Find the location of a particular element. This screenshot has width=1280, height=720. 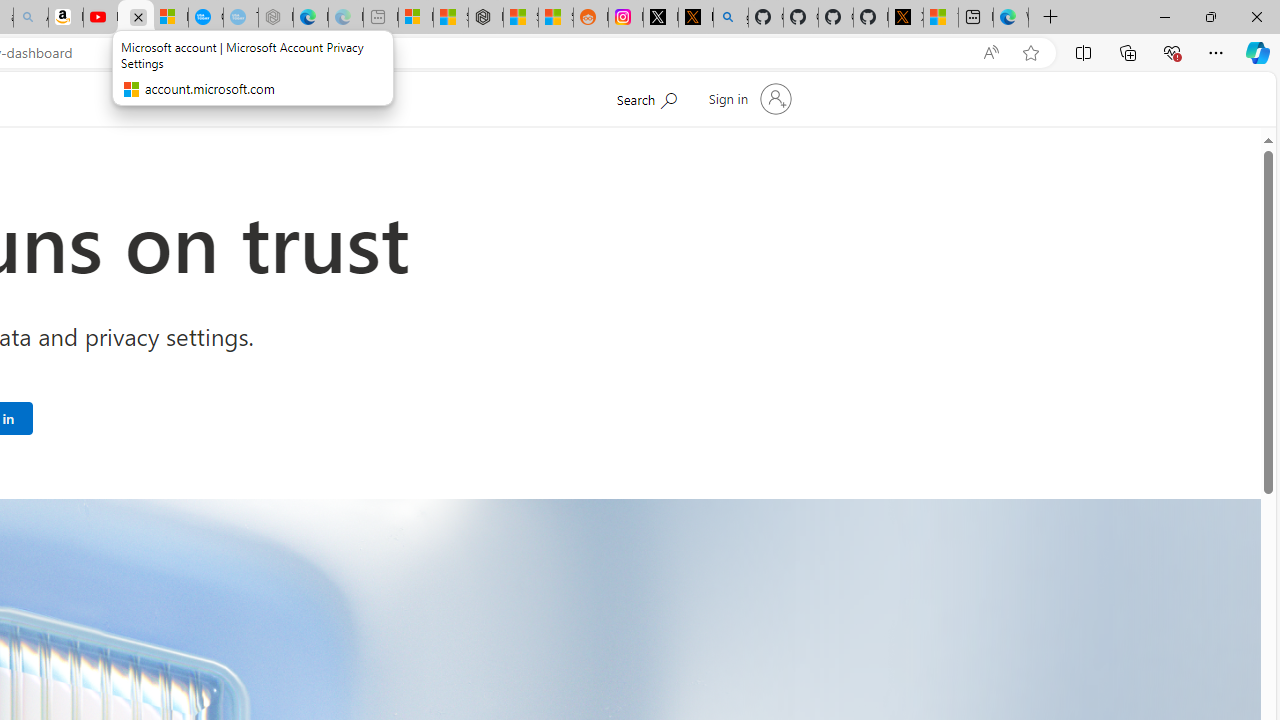

'Opinion: Op-Ed and Commentary - USA TODAY' is located at coordinates (206, 17).